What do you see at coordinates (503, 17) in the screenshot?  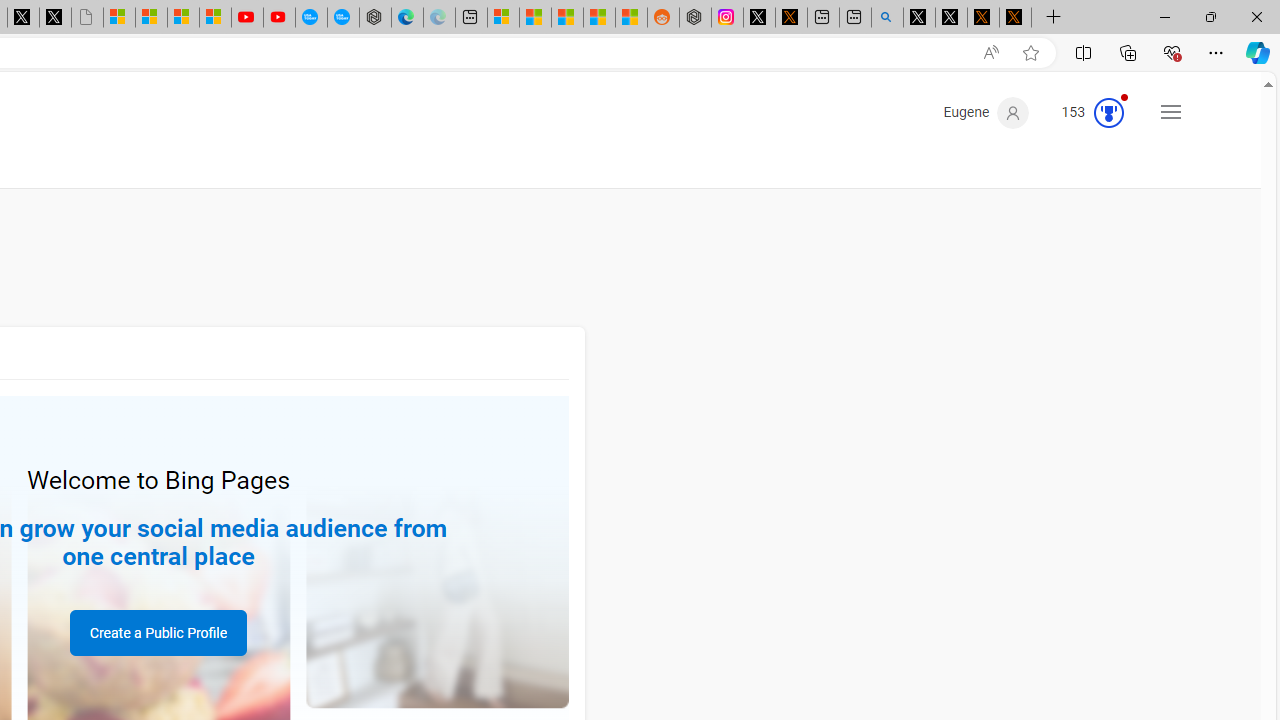 I see `'Microsoft account | Microsoft Account Privacy Settings'` at bounding box center [503, 17].